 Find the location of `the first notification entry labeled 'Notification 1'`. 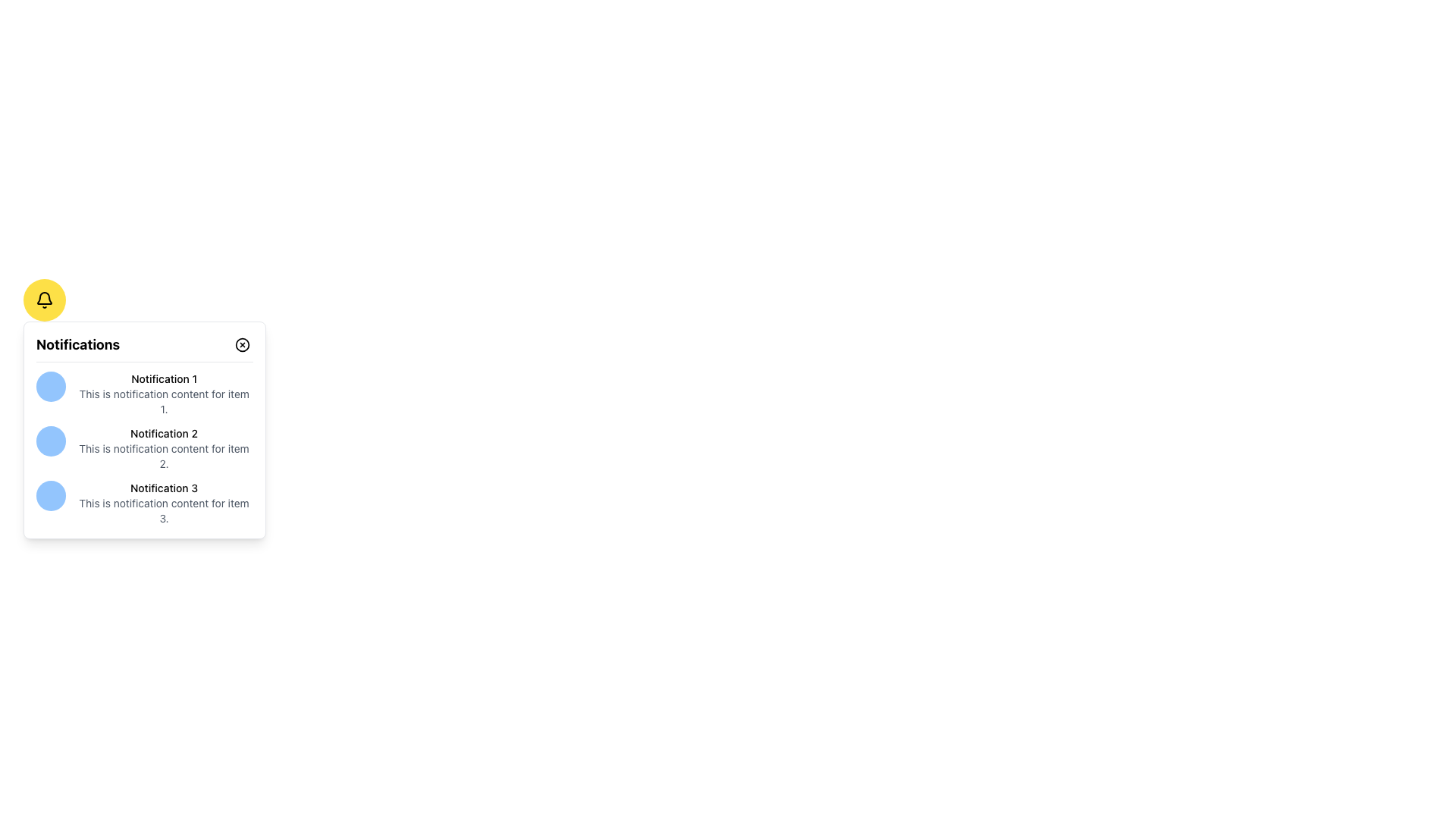

the first notification entry labeled 'Notification 1' is located at coordinates (164, 394).